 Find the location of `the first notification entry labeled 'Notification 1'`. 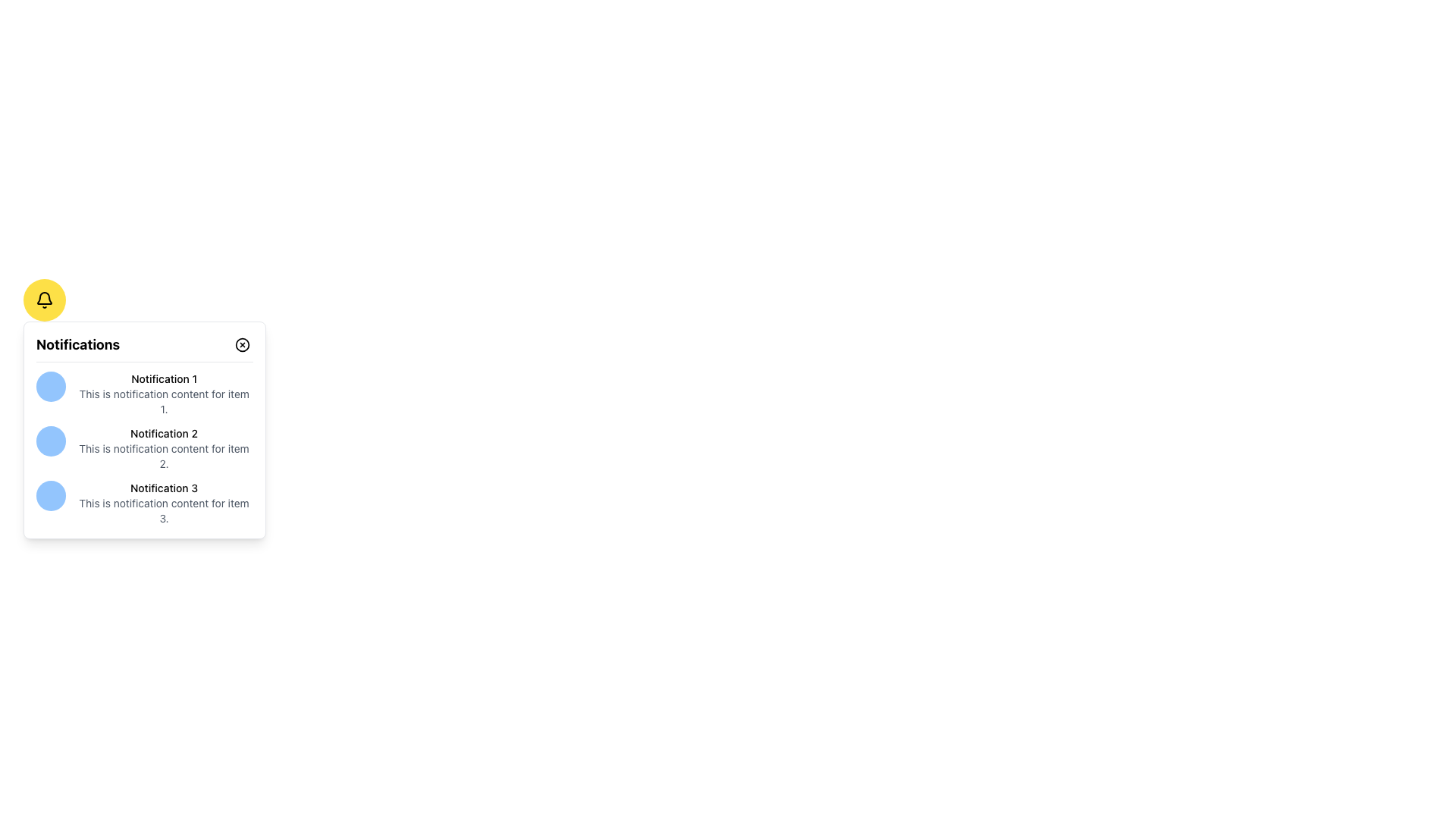

the first notification entry labeled 'Notification 1' is located at coordinates (164, 394).